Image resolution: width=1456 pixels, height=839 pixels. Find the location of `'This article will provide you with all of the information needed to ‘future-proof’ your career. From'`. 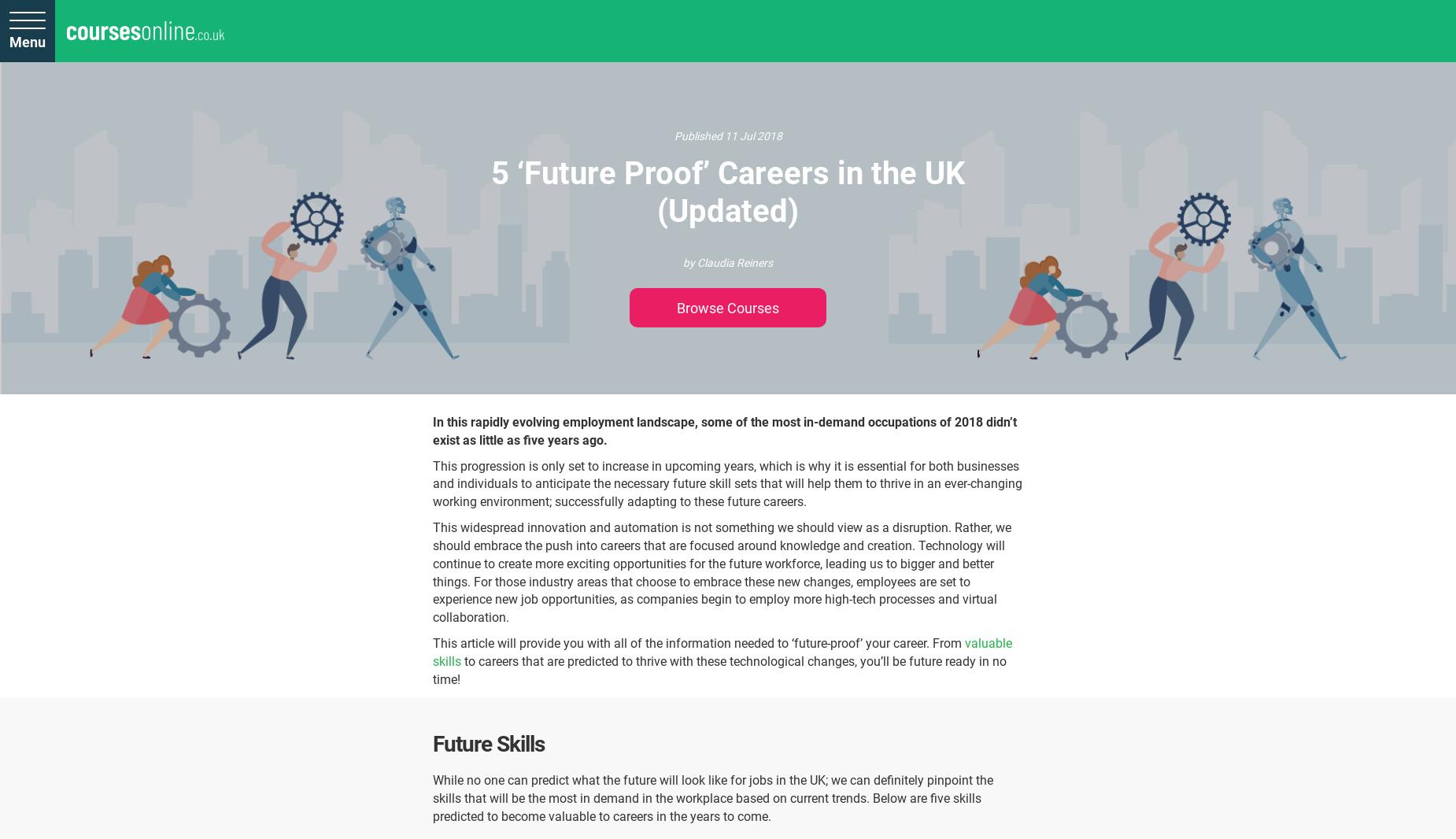

'This article will provide you with all of the information needed to ‘future-proof’ your career. From' is located at coordinates (699, 643).